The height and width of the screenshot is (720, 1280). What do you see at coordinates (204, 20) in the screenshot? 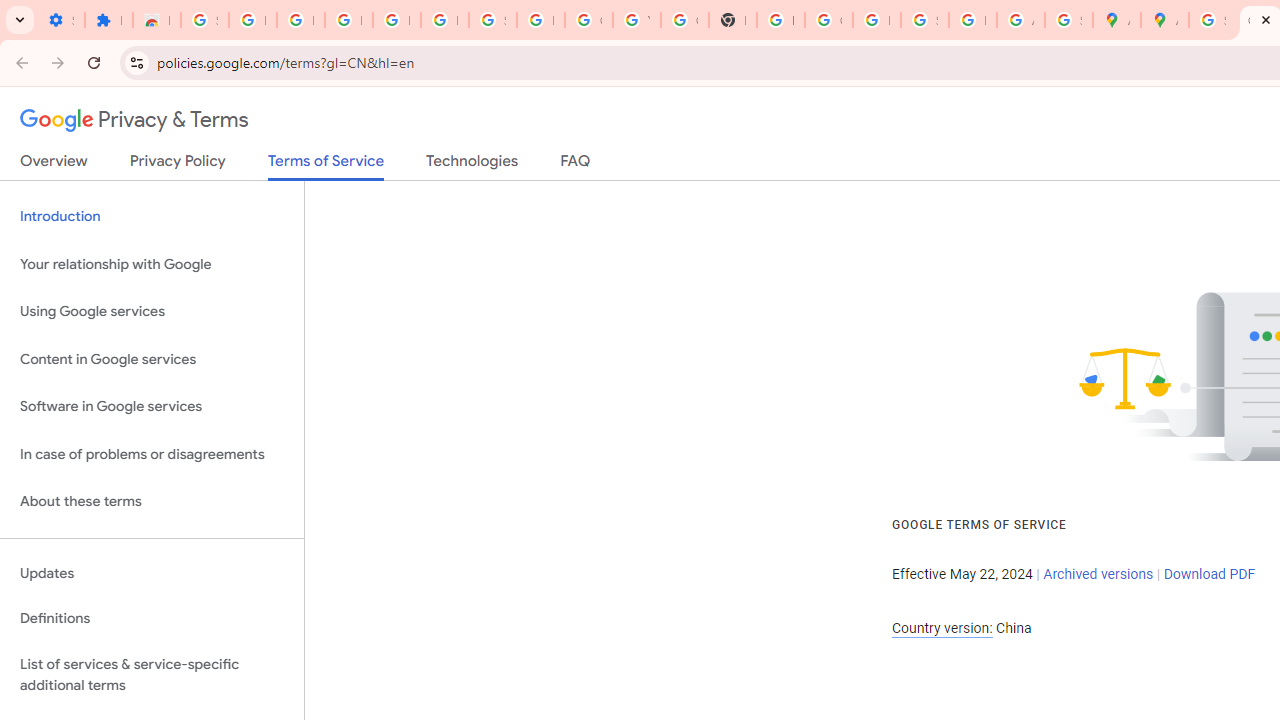
I see `'Sign in - Google Accounts'` at bounding box center [204, 20].